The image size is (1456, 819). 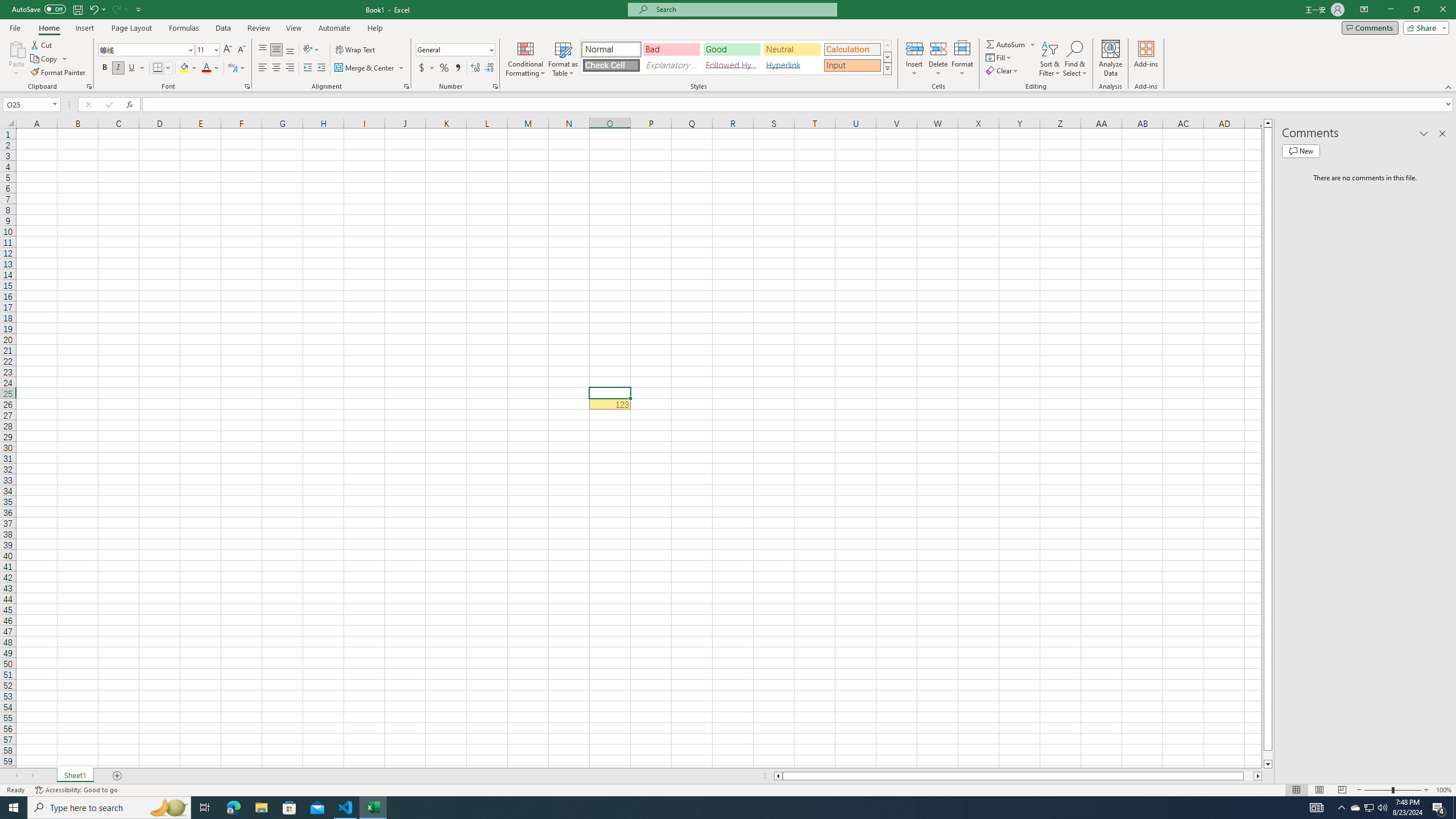 I want to click on 'Font', so click(x=146, y=49).